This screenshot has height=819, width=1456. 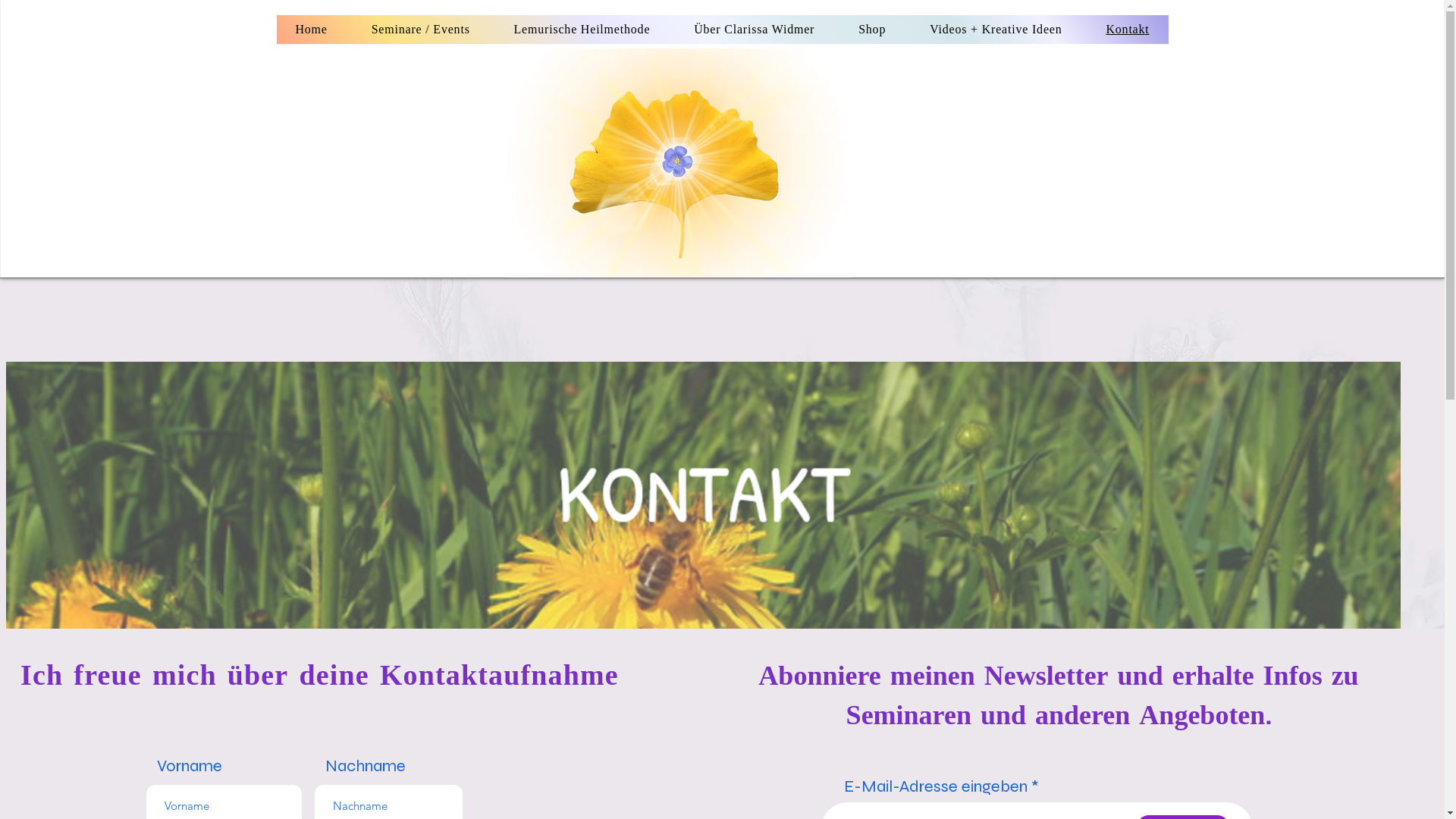 I want to click on 'Lemurische Heilmethode', so click(x=582, y=29).